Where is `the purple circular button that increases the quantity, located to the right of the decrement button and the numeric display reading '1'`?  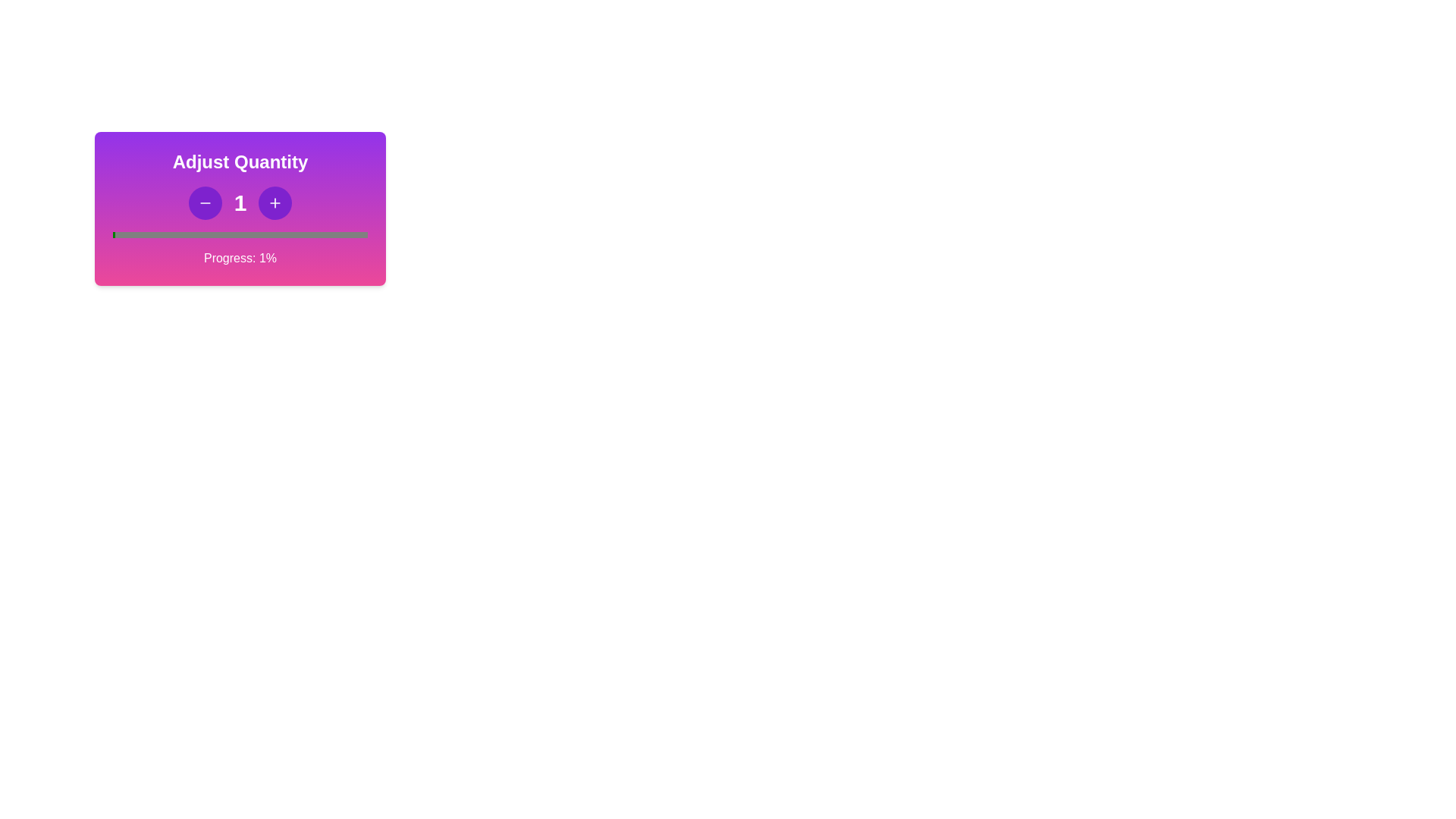
the purple circular button that increases the quantity, located to the right of the decrement button and the numeric display reading '1' is located at coordinates (275, 202).